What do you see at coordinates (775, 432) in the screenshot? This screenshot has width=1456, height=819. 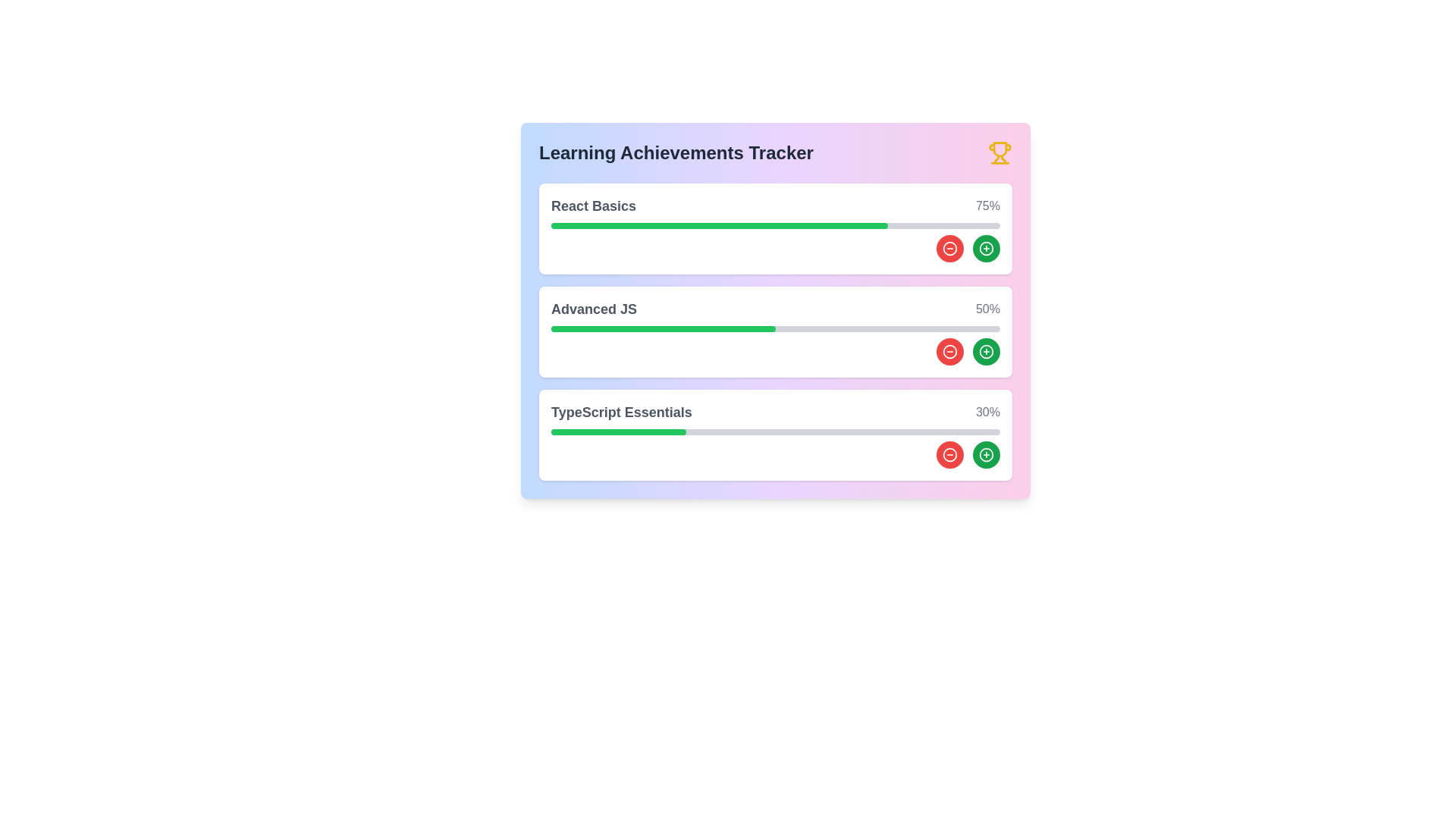 I see `the progress bar located in the 'TypeScript Essentials' section, which is beneath the heading and represents the progress with a green segment on the left` at bounding box center [775, 432].